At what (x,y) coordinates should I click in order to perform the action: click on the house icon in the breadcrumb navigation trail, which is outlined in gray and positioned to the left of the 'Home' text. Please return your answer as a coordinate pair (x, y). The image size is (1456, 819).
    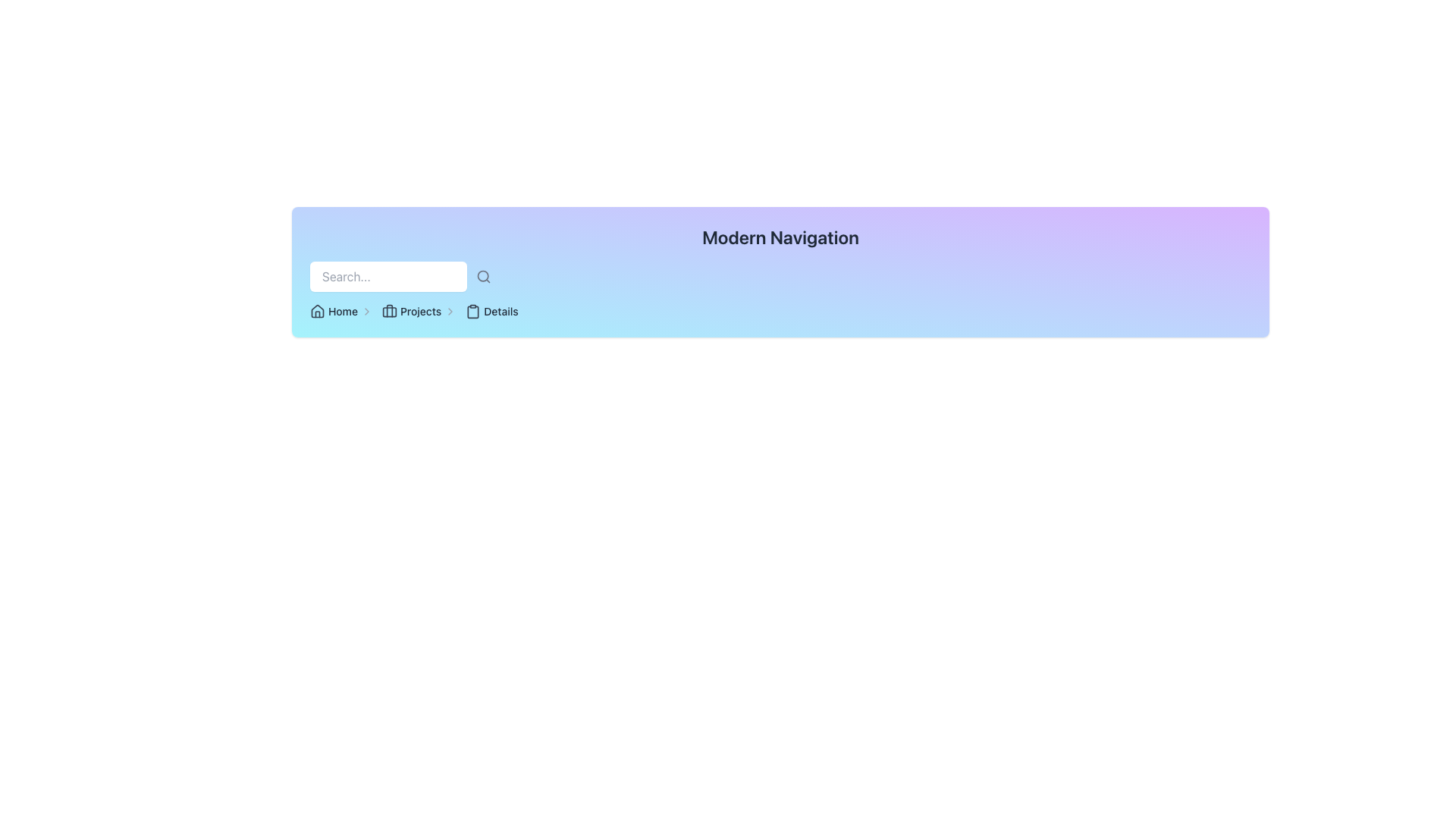
    Looking at the image, I should click on (316, 311).